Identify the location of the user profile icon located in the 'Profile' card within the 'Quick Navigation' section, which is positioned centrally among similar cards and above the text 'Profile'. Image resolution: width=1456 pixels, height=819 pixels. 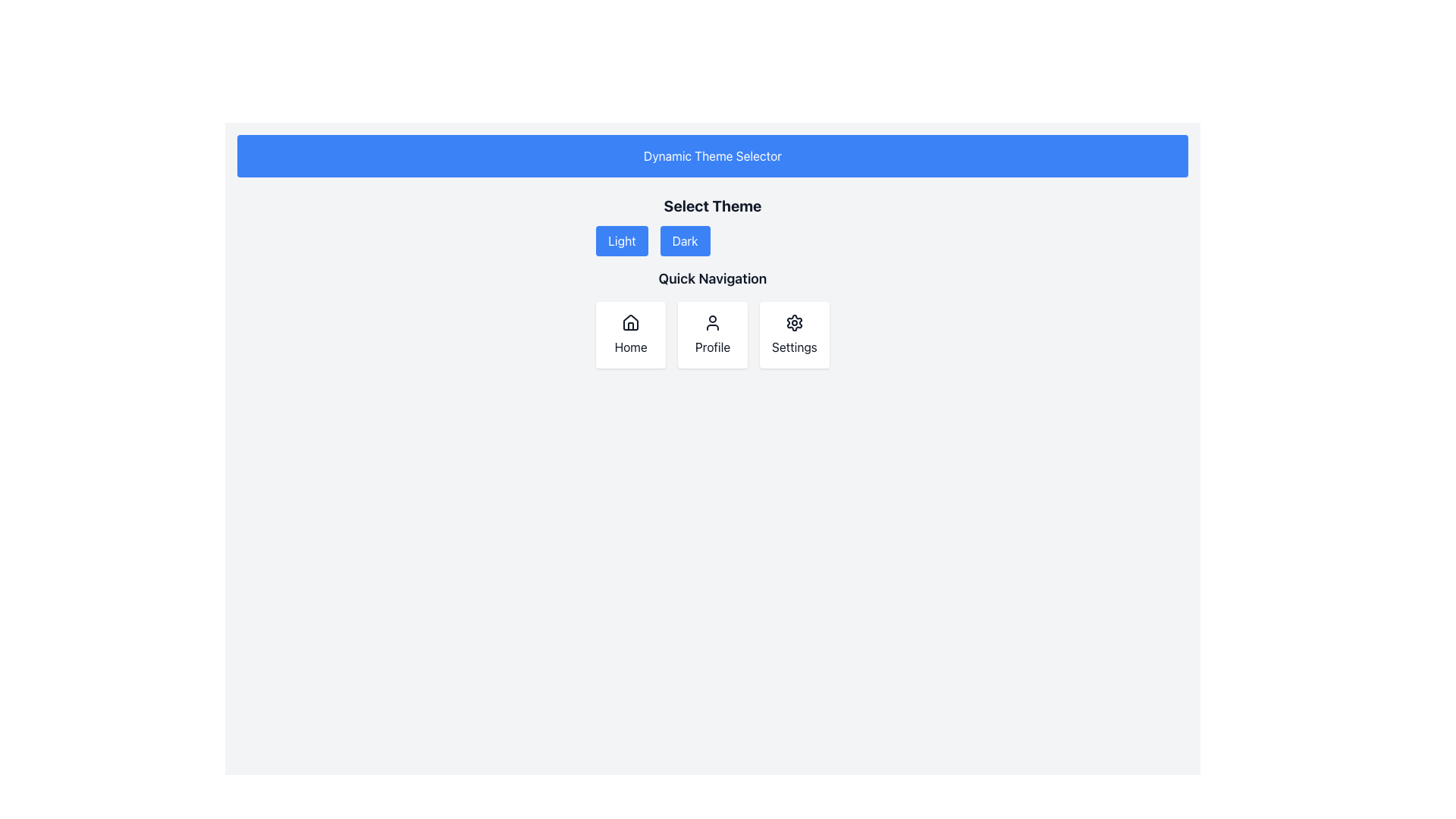
(712, 322).